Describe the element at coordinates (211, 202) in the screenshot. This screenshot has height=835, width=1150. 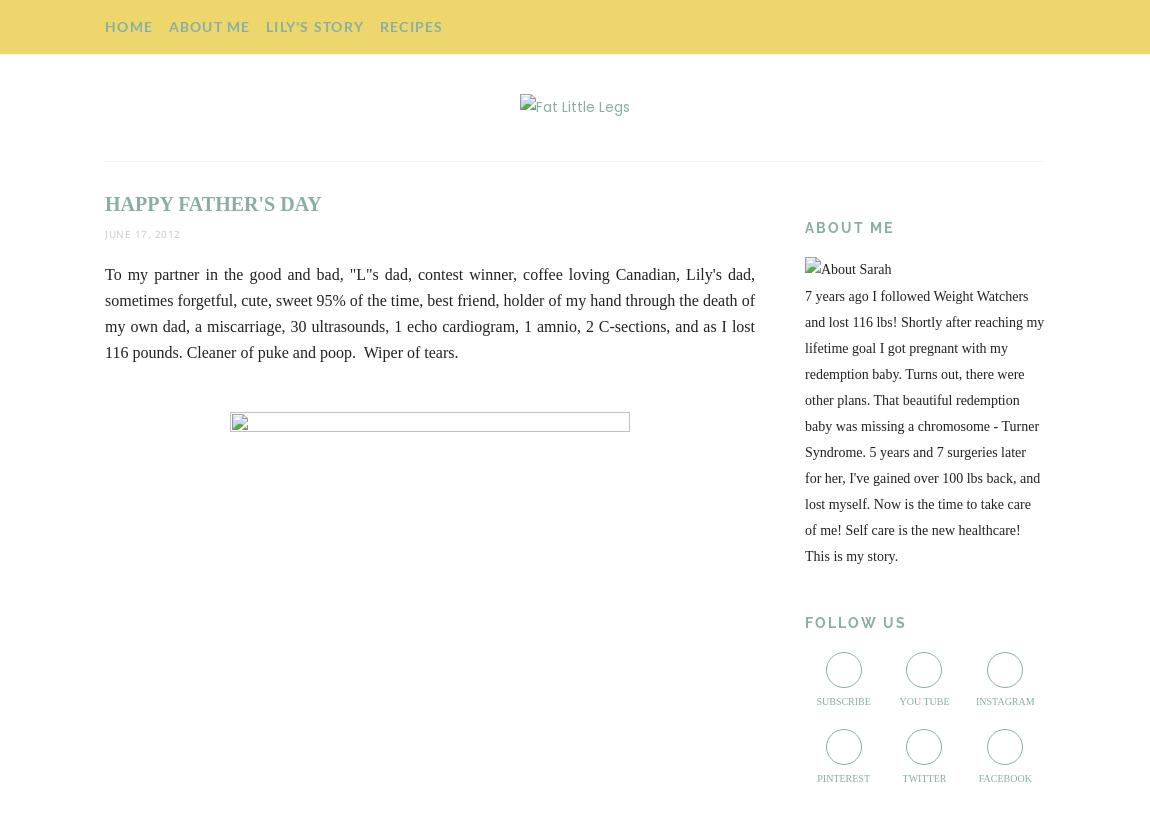
I see `'Happy Father's Day'` at that location.